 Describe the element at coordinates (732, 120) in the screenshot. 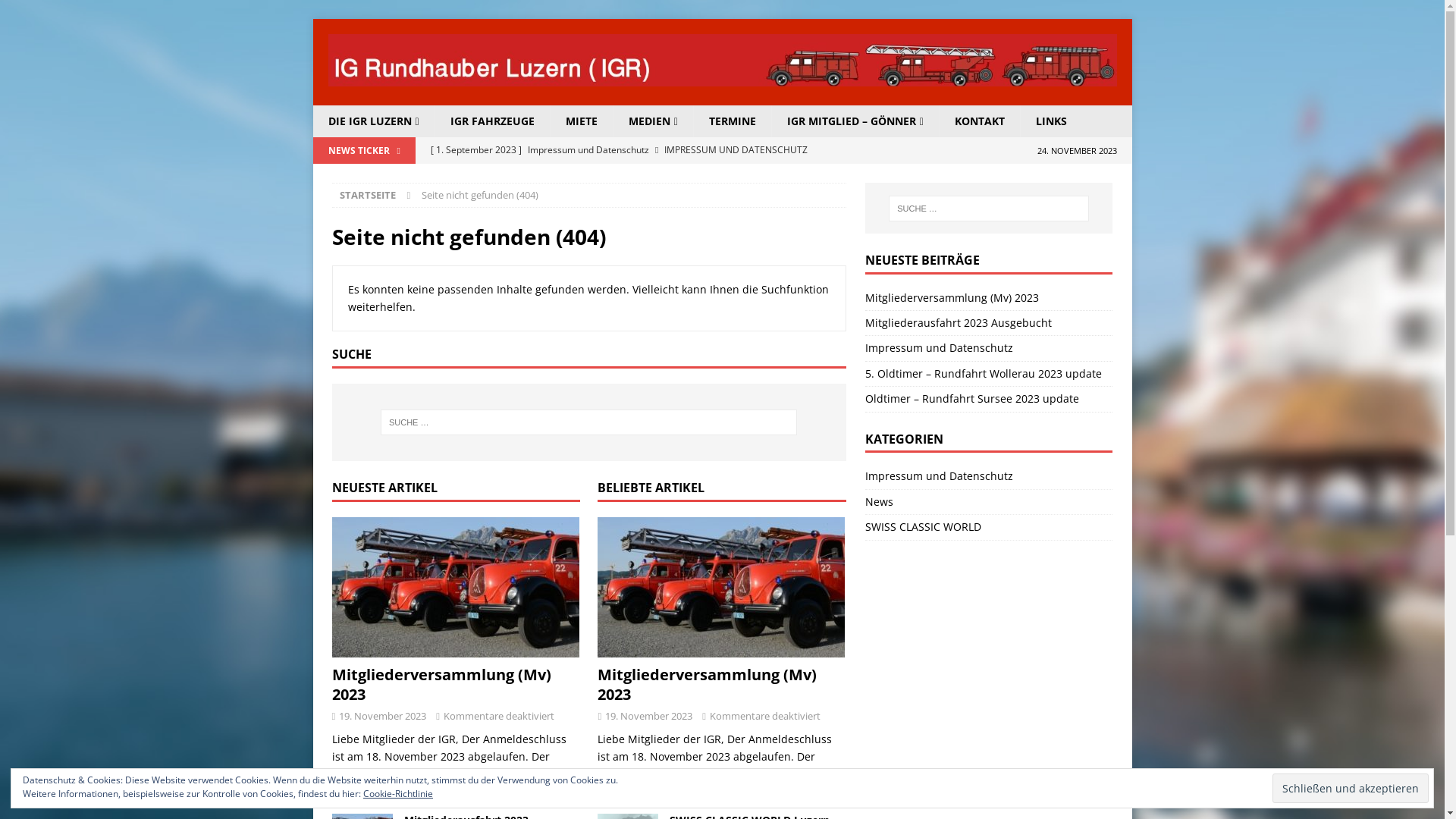

I see `'TERMINE'` at that location.